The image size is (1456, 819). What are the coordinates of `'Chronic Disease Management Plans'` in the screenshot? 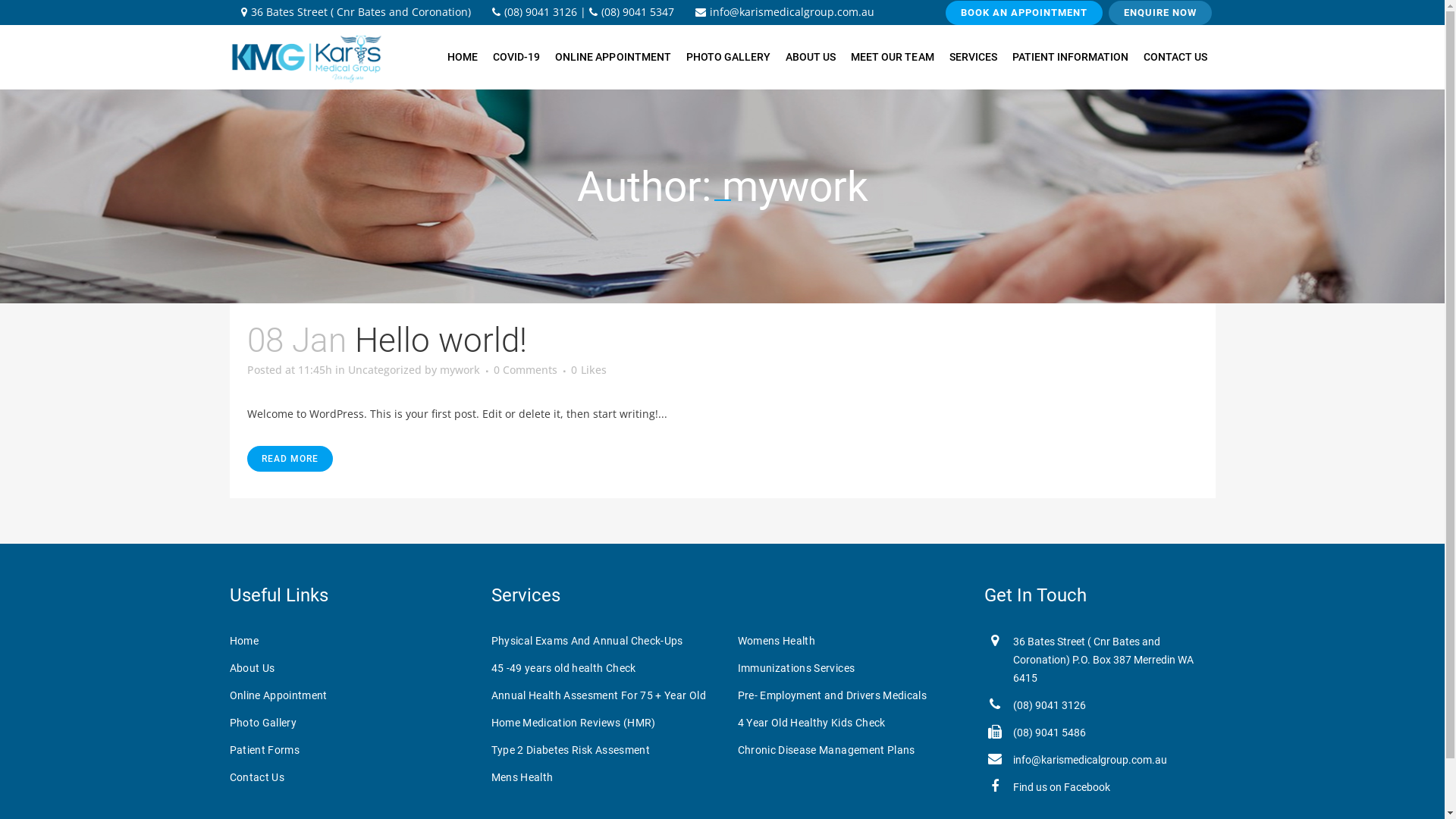 It's located at (851, 748).